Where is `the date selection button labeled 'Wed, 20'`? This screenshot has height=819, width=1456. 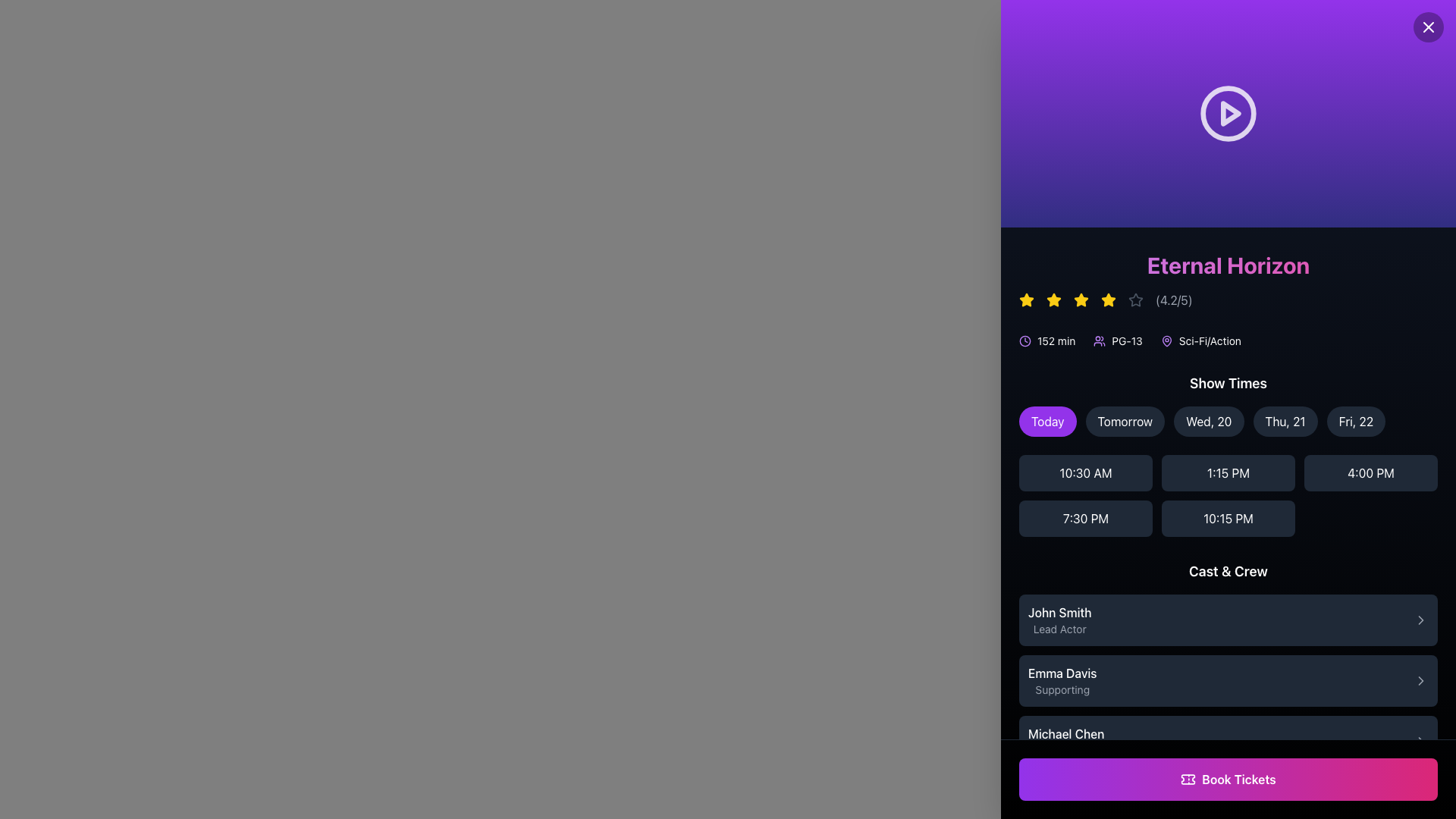 the date selection button labeled 'Wed, 20' is located at coordinates (1208, 421).